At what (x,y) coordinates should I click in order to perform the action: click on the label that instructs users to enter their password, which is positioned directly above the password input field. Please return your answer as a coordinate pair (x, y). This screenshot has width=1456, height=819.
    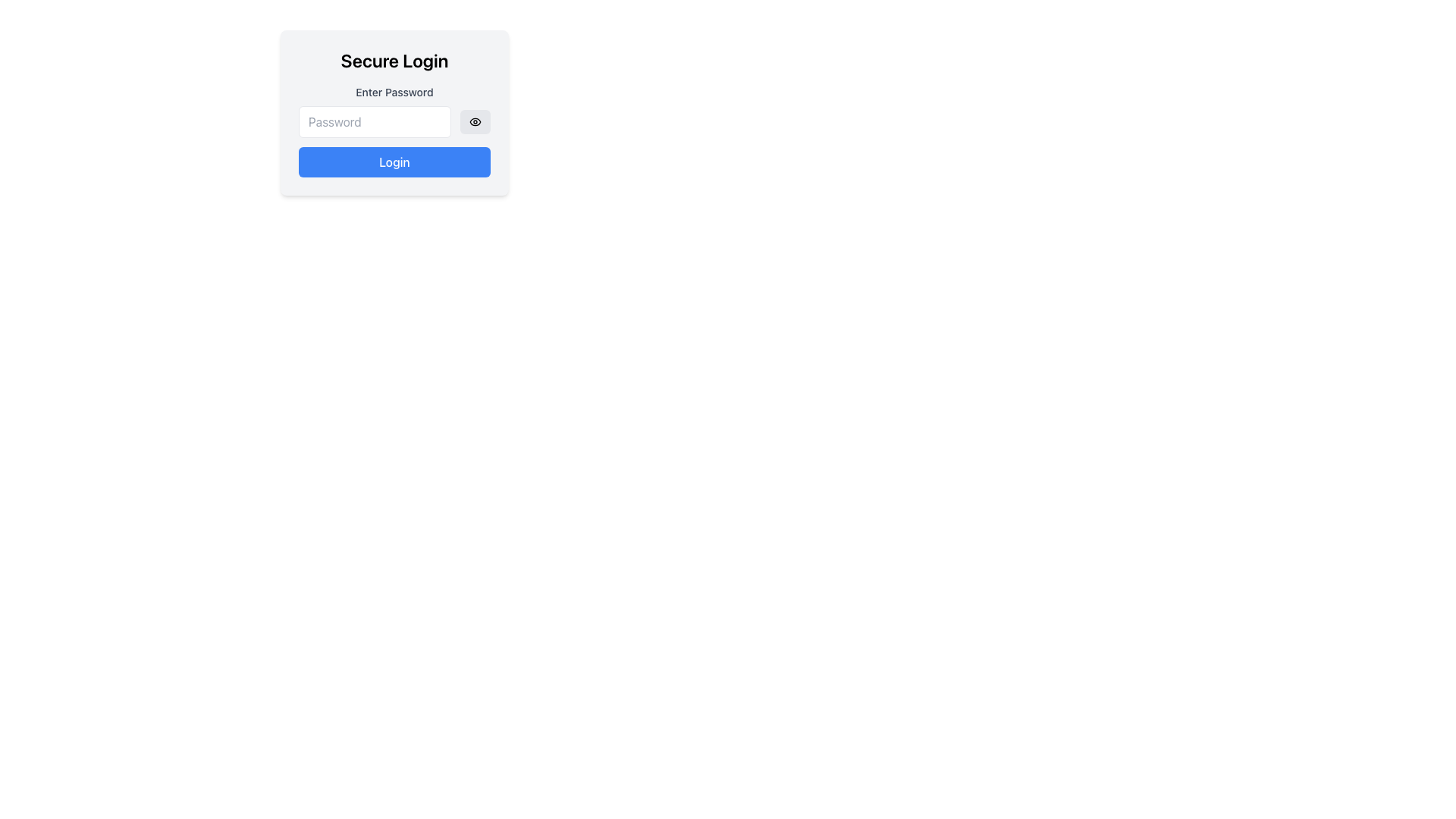
    Looking at the image, I should click on (394, 93).